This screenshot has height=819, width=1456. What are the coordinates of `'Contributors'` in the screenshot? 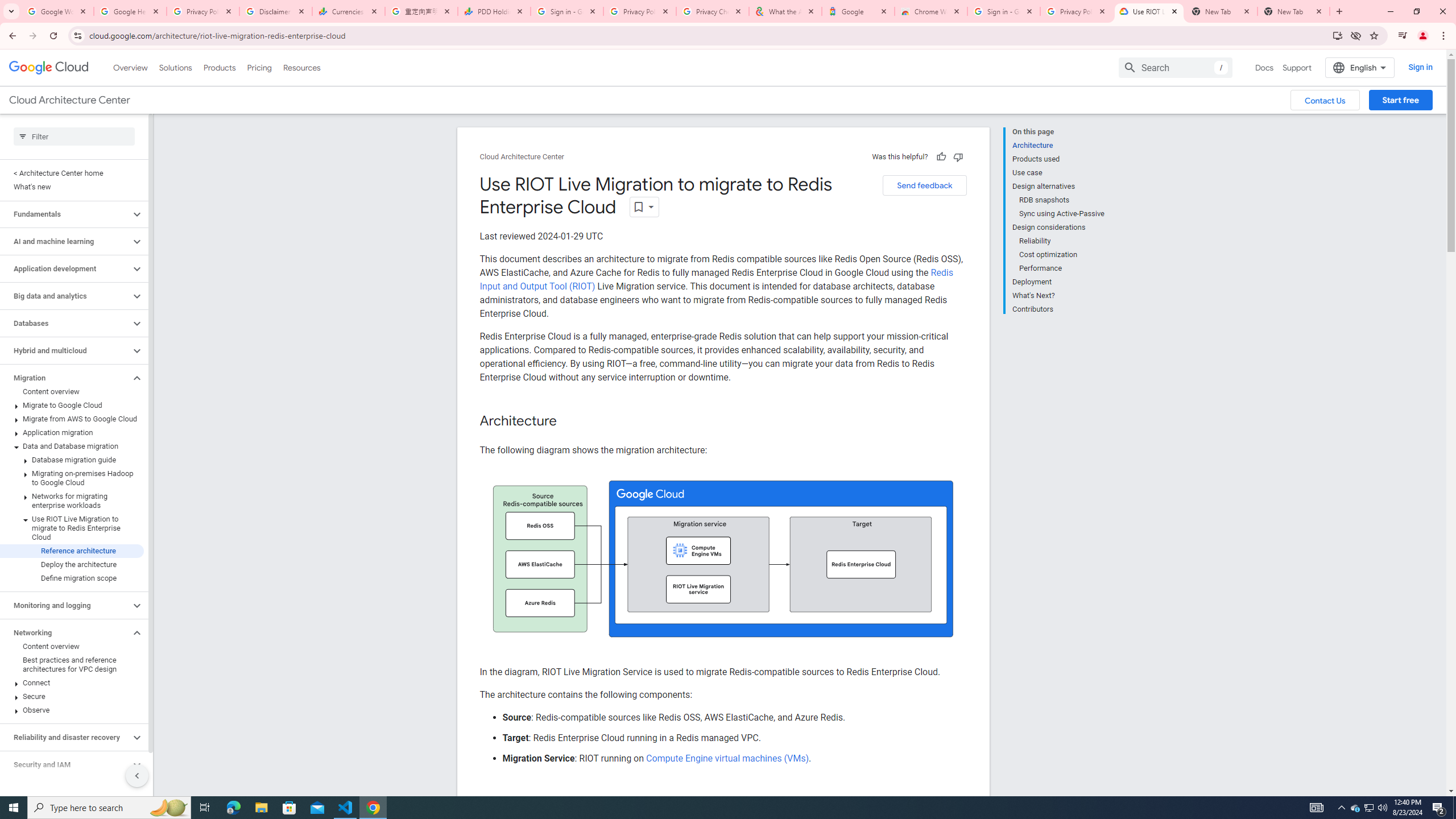 It's located at (1058, 307).